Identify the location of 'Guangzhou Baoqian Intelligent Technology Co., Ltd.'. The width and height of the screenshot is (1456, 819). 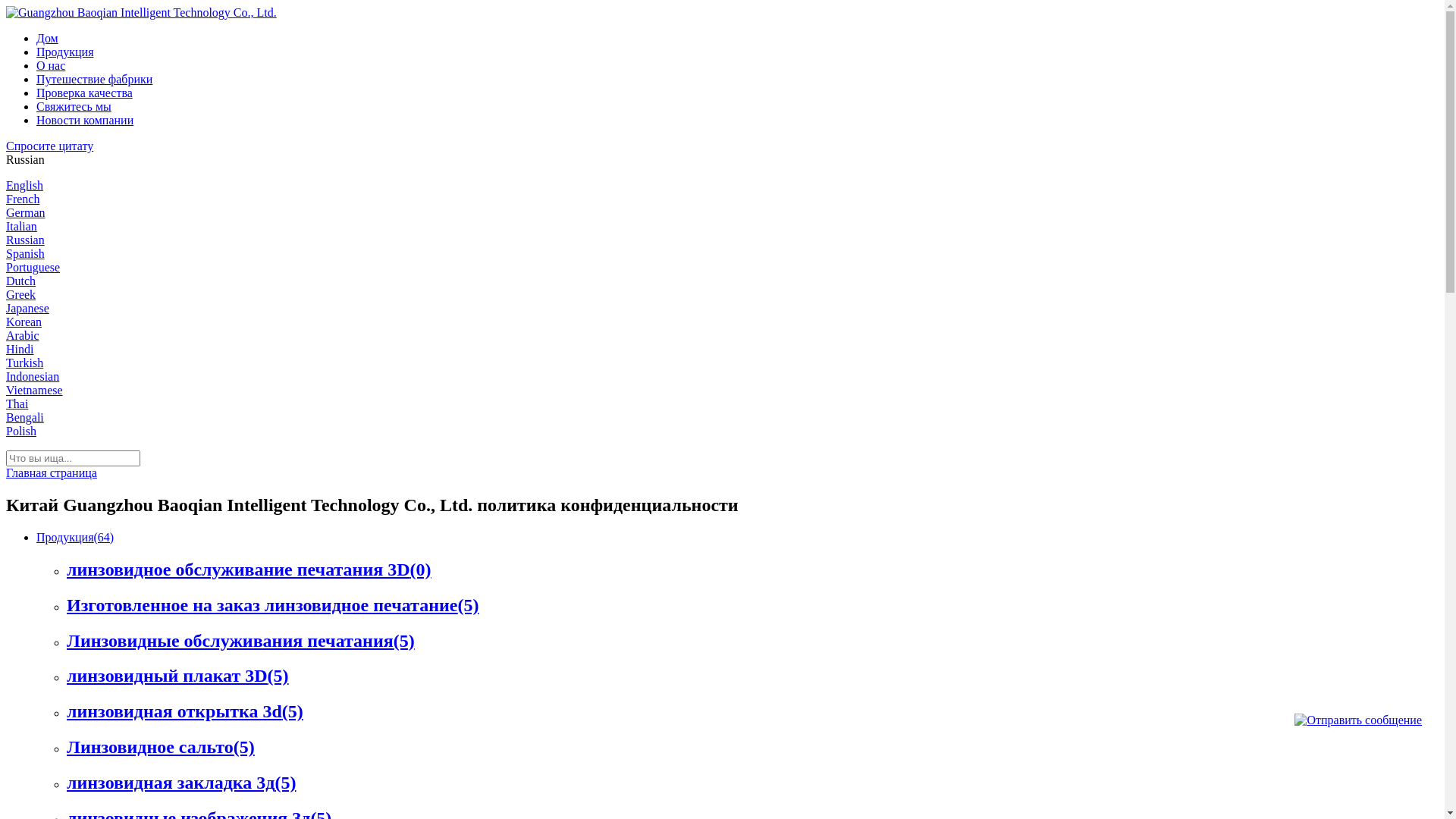
(141, 12).